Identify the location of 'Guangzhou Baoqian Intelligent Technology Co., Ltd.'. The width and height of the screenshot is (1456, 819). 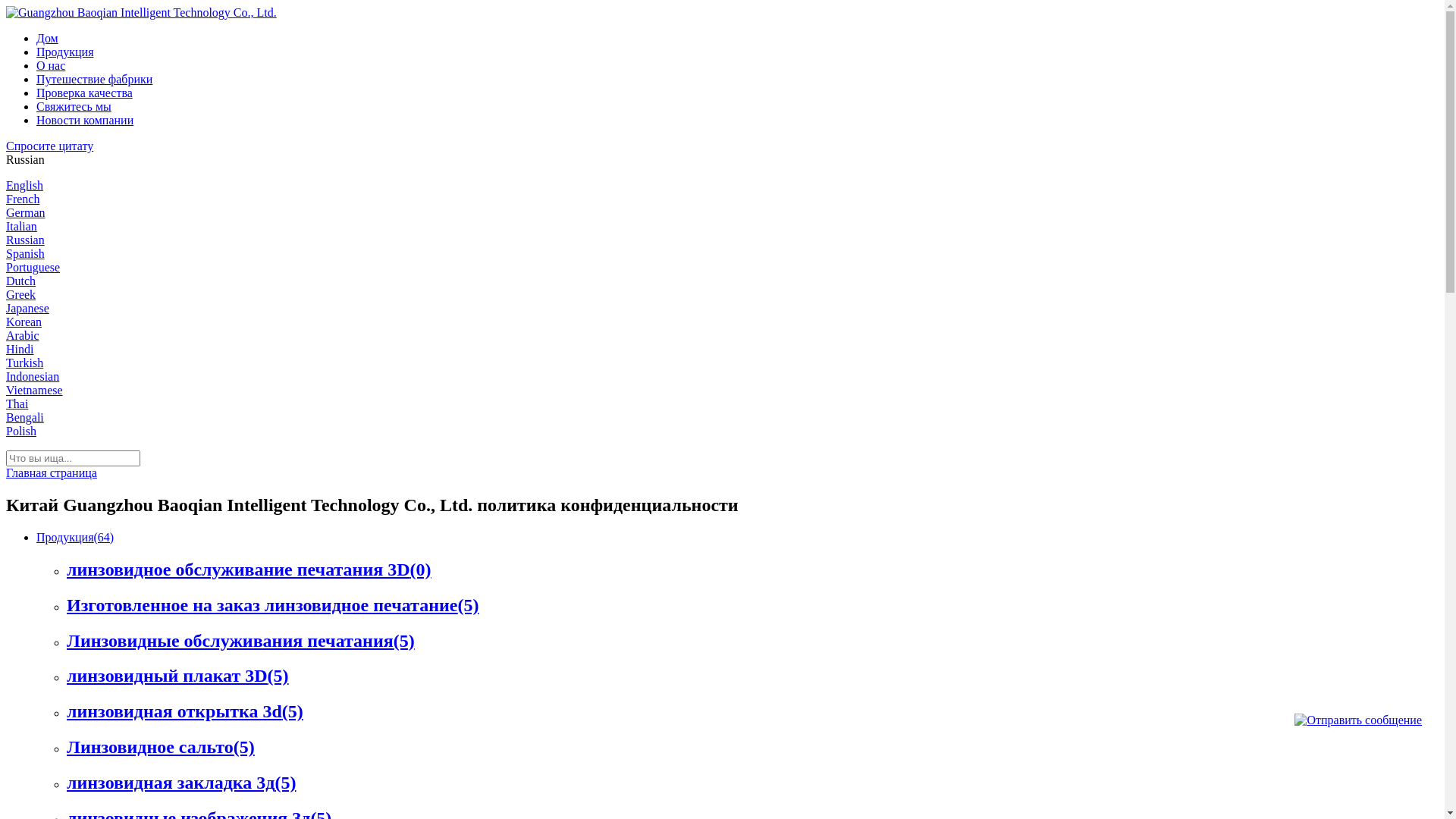
(141, 12).